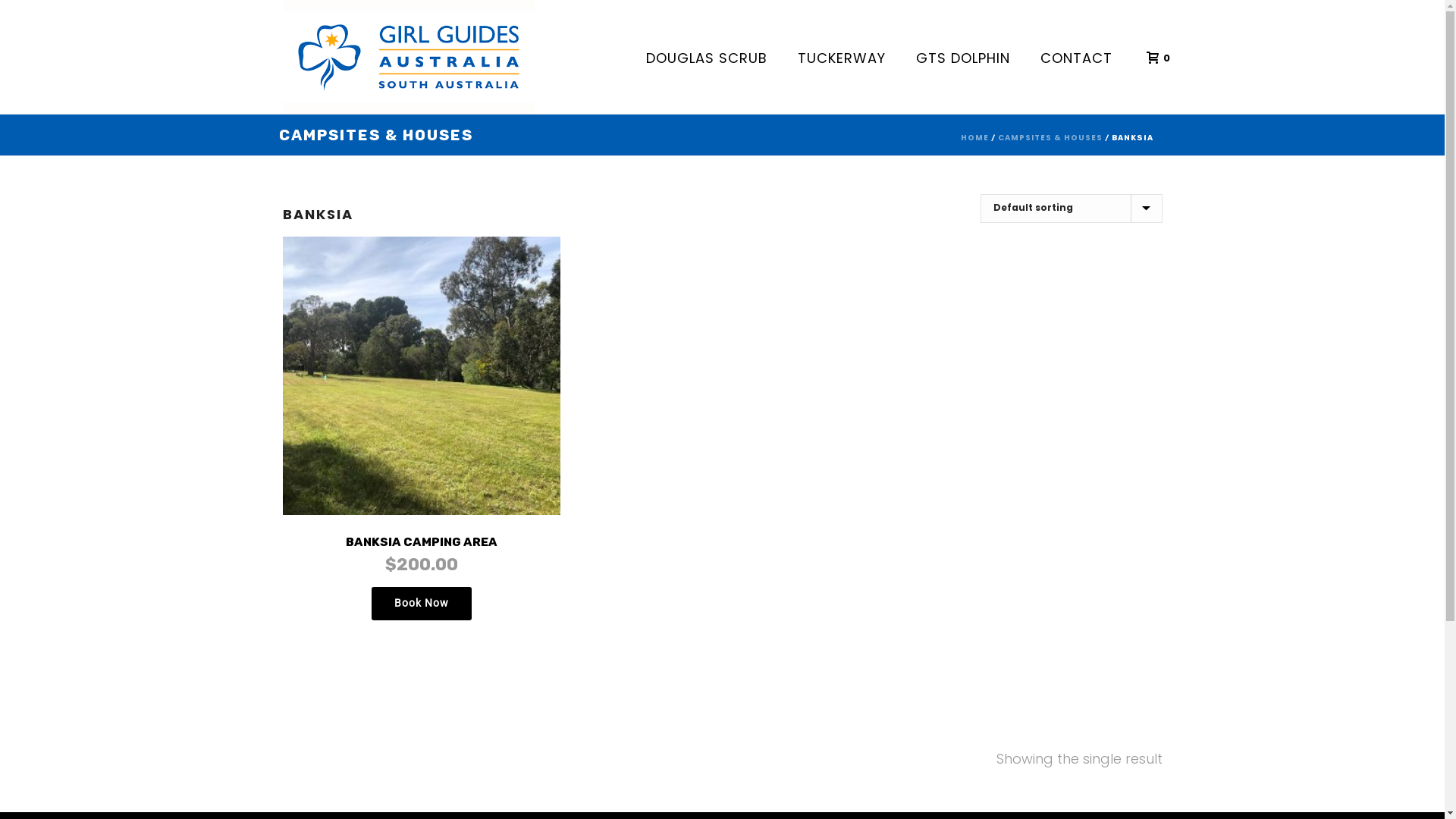  What do you see at coordinates (705, 55) in the screenshot?
I see `'DOUGLAS SCRUB'` at bounding box center [705, 55].